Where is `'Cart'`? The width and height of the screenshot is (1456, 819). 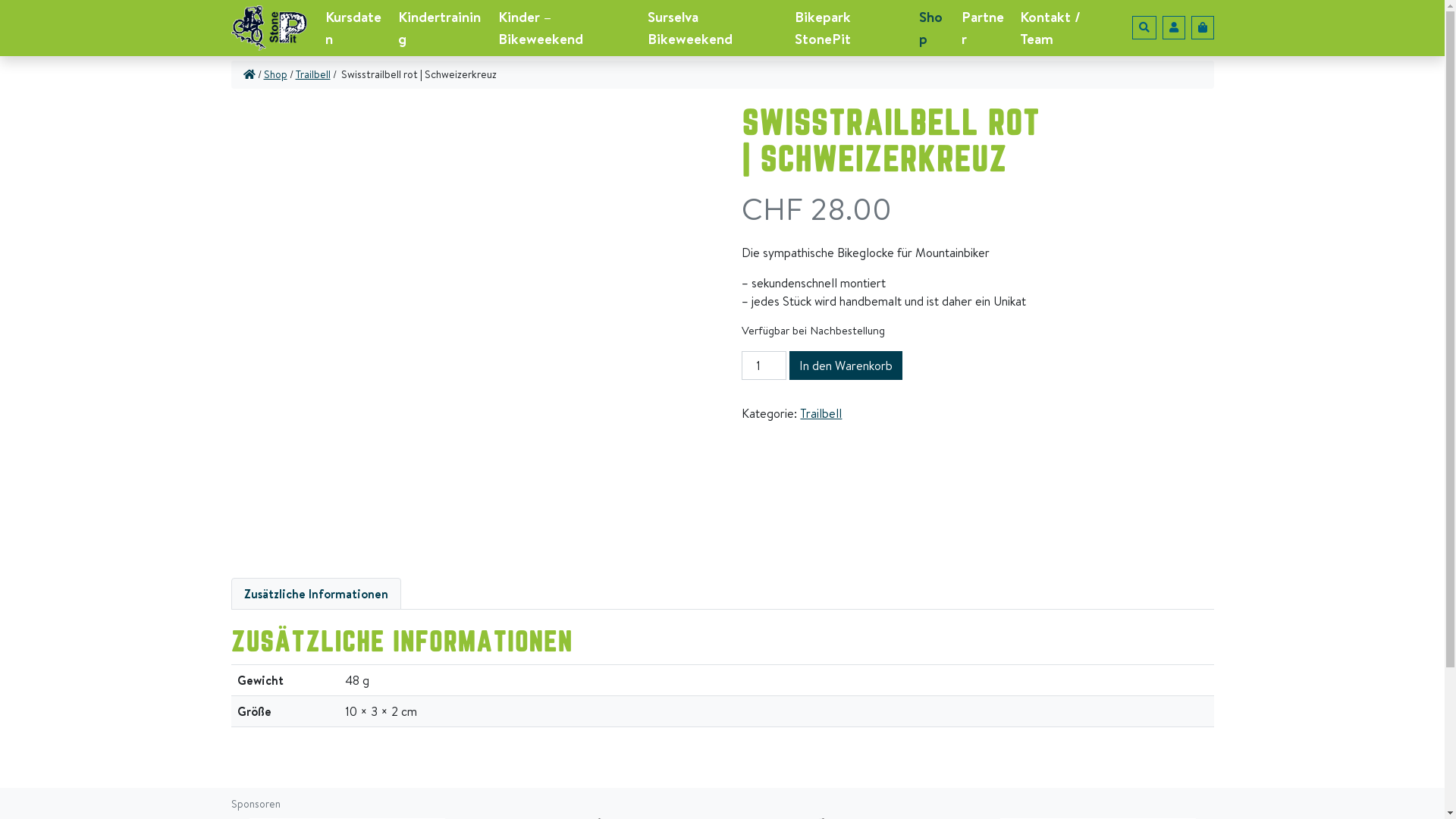 'Cart' is located at coordinates (1189, 27).